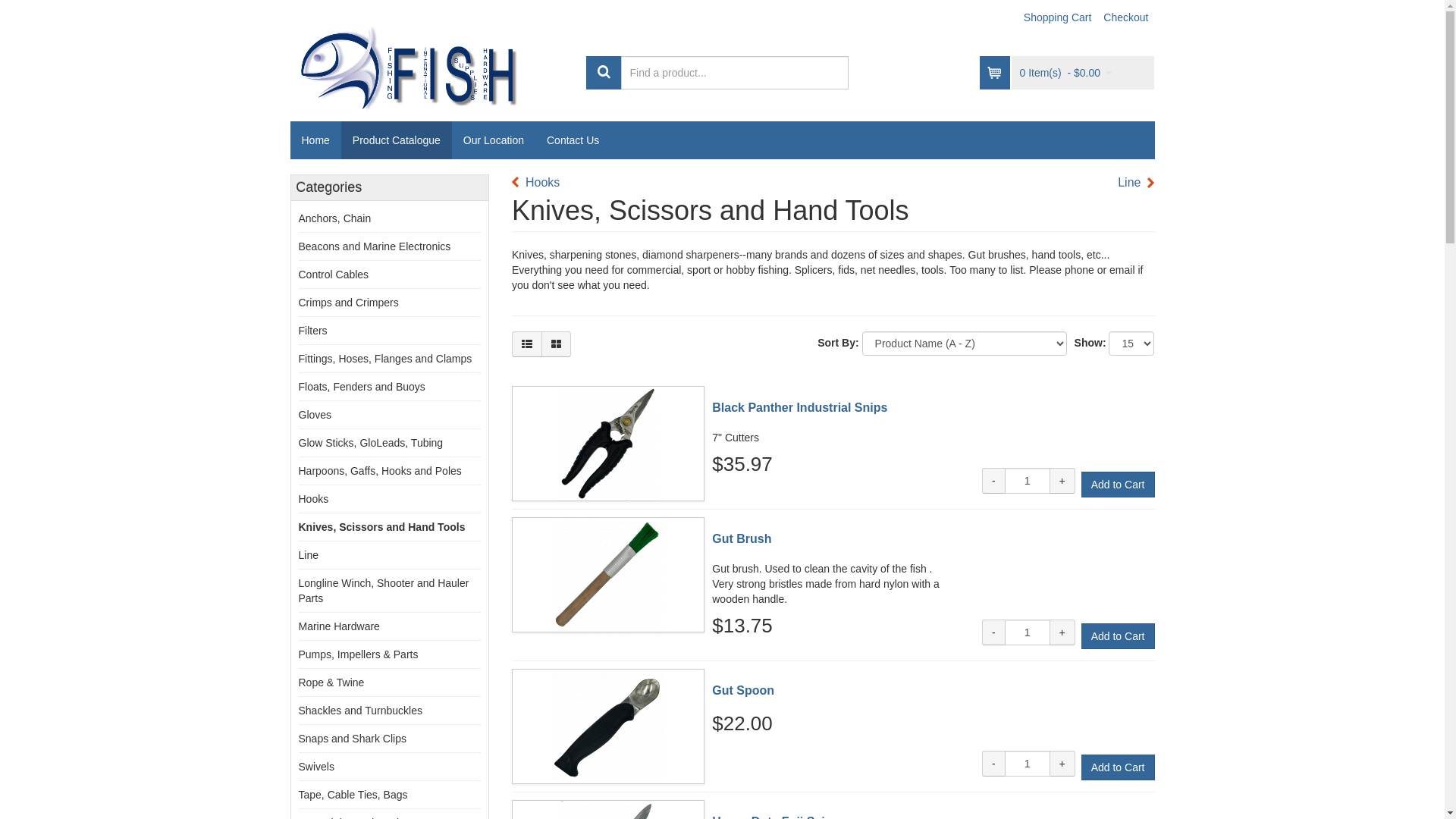 This screenshot has height=819, width=1456. Describe the element at coordinates (314, 140) in the screenshot. I see `'Home'` at that location.